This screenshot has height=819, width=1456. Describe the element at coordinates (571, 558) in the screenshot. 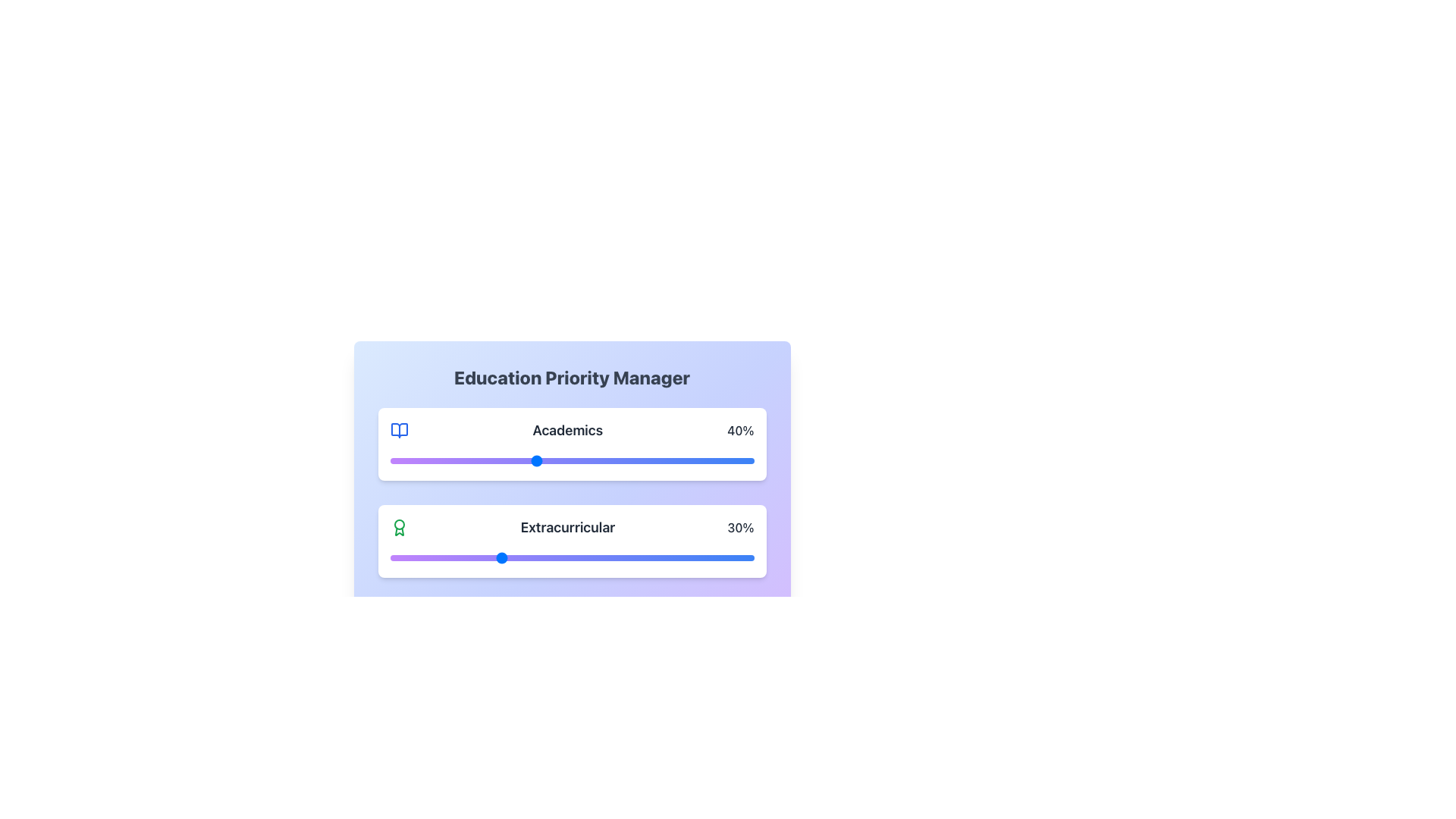

I see `the horizontal slider located in the 'Extracurricular' section below the label 'Extracurricular' and its percentage '30%'` at that location.